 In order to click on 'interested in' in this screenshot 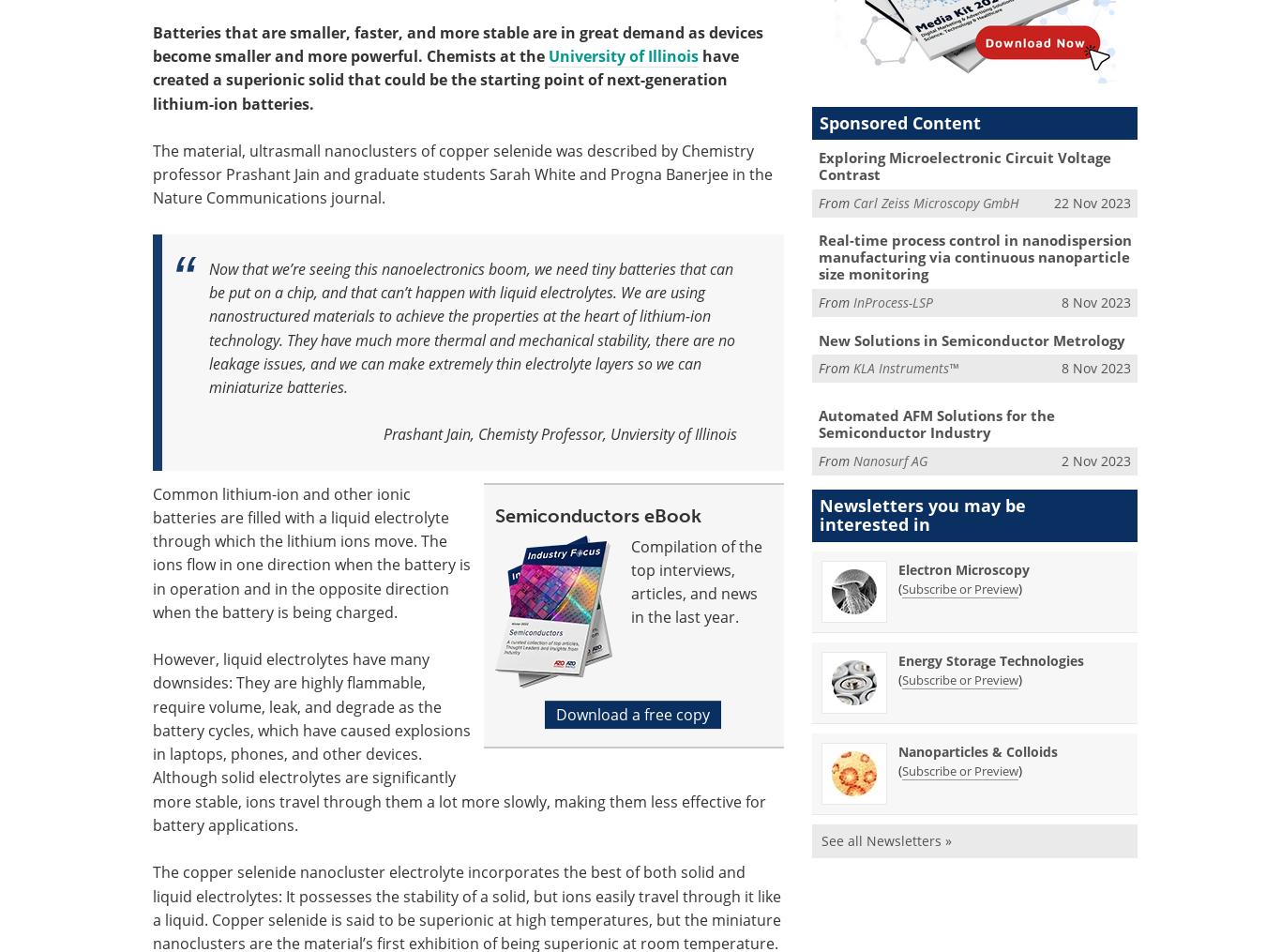, I will do `click(874, 523)`.